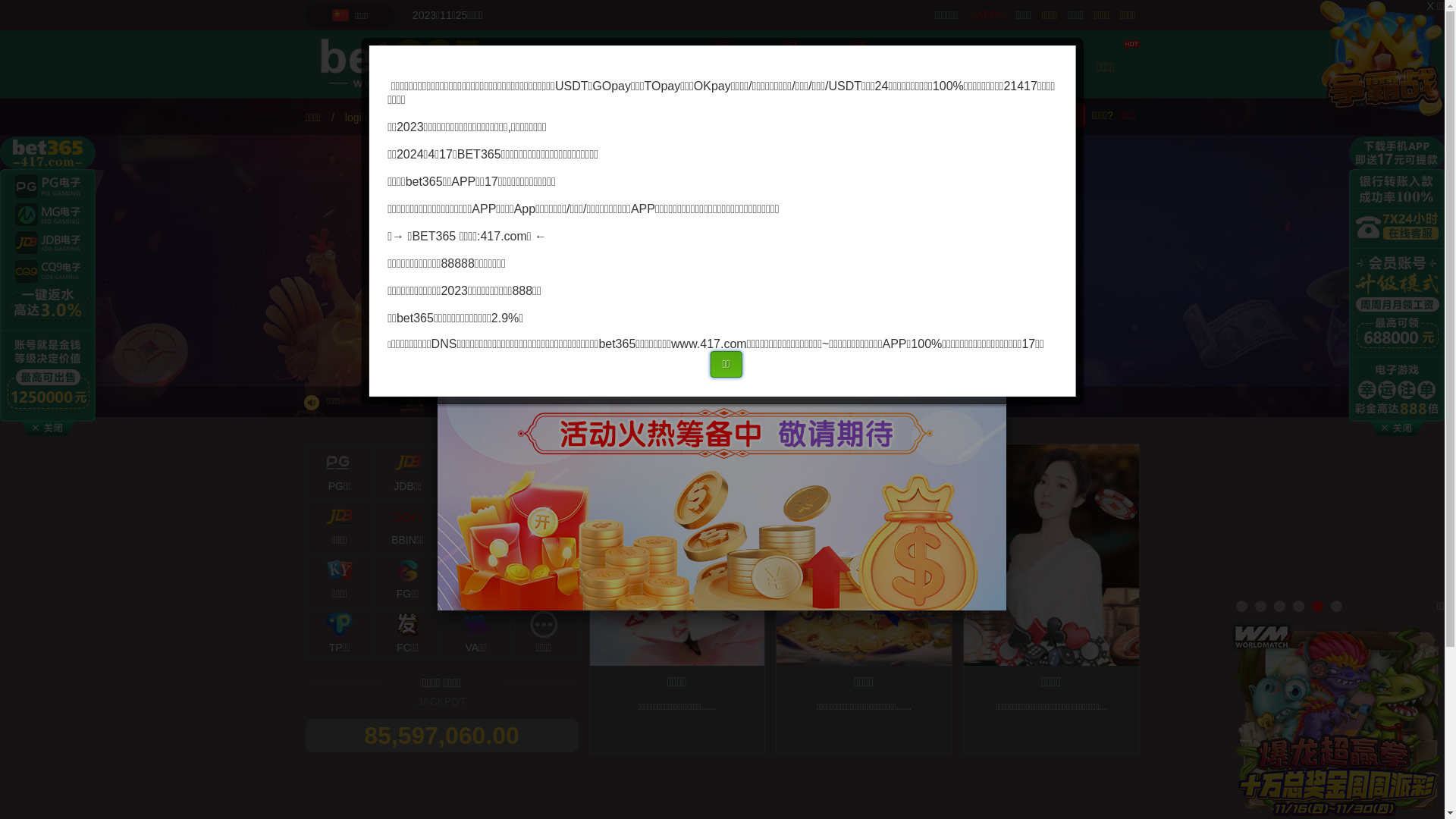 The height and width of the screenshot is (819, 1456). What do you see at coordinates (1316, 605) in the screenshot?
I see `'5'` at bounding box center [1316, 605].